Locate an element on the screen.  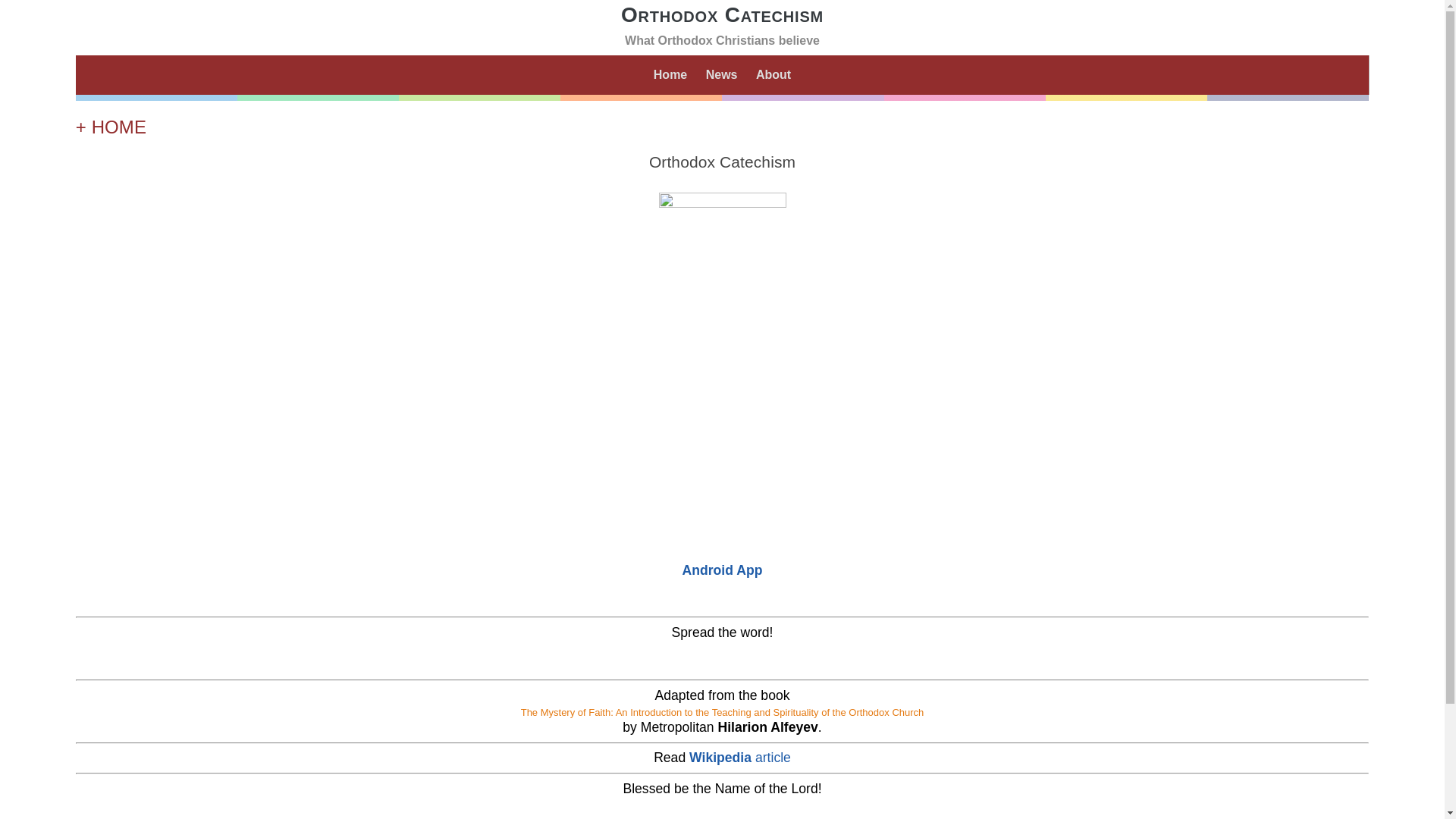
'Android App' is located at coordinates (722, 570).